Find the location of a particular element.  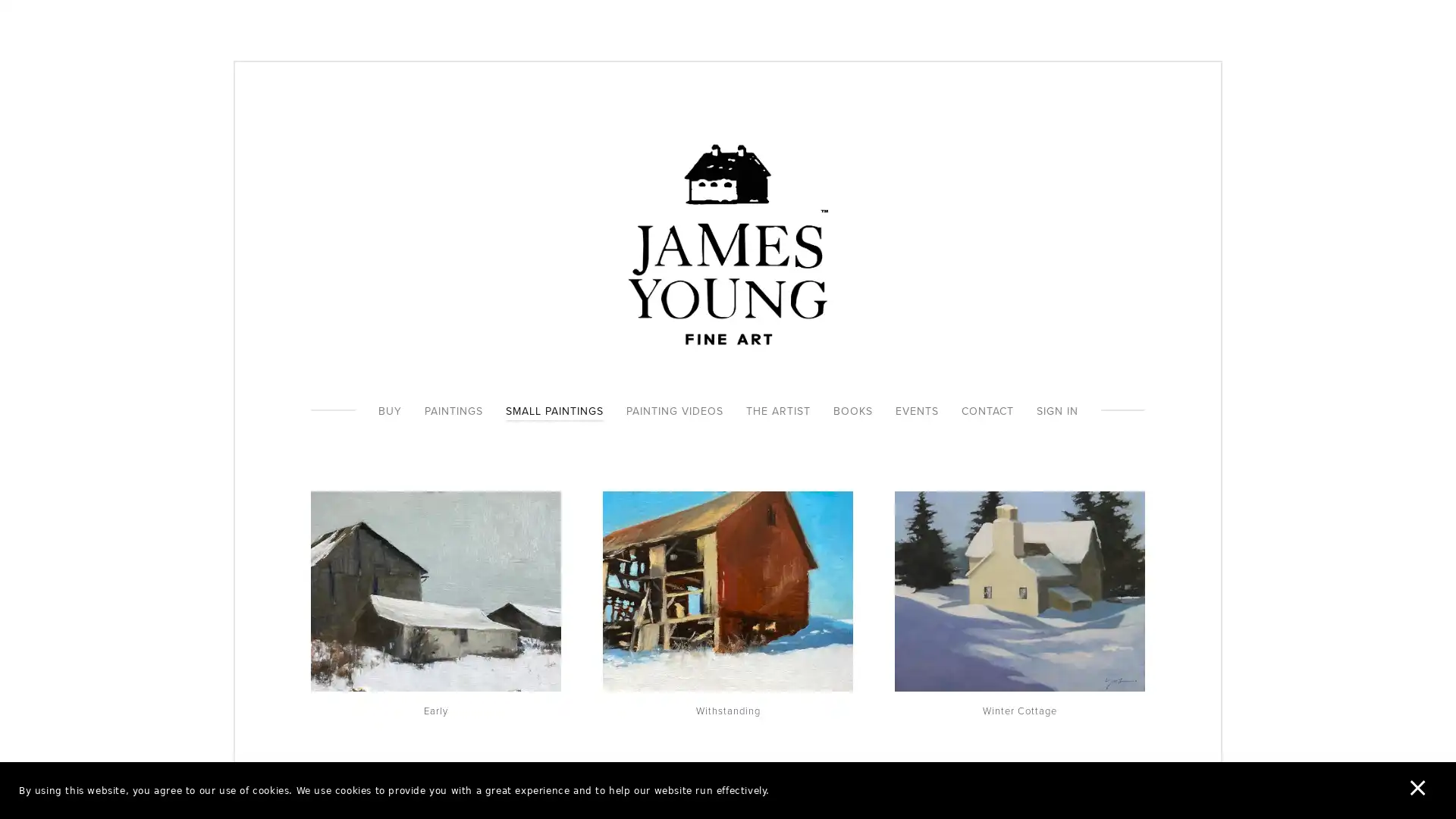

Sign Up! is located at coordinates (728, 500).